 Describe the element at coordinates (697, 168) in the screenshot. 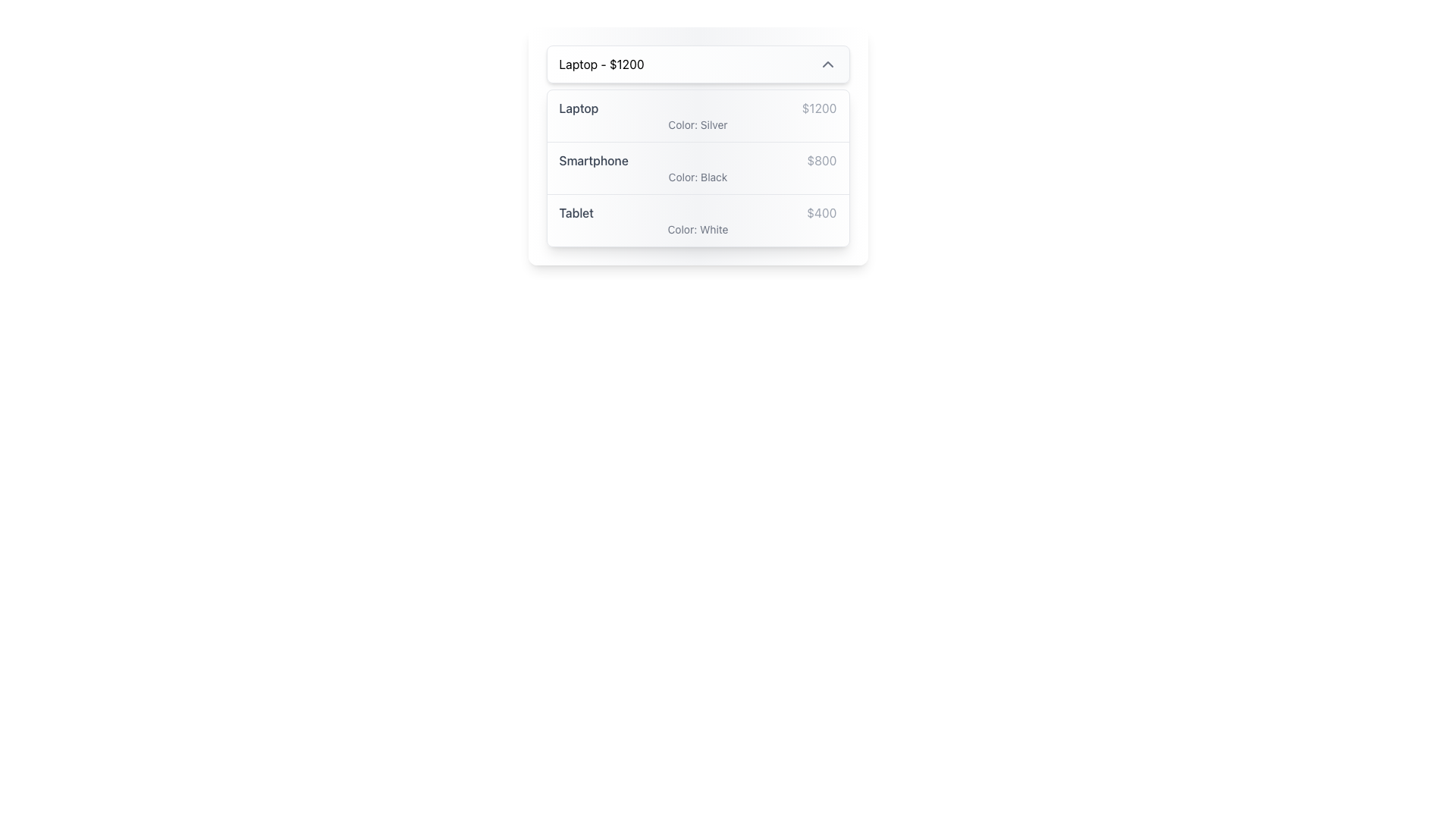

I see `the list of available products` at that location.